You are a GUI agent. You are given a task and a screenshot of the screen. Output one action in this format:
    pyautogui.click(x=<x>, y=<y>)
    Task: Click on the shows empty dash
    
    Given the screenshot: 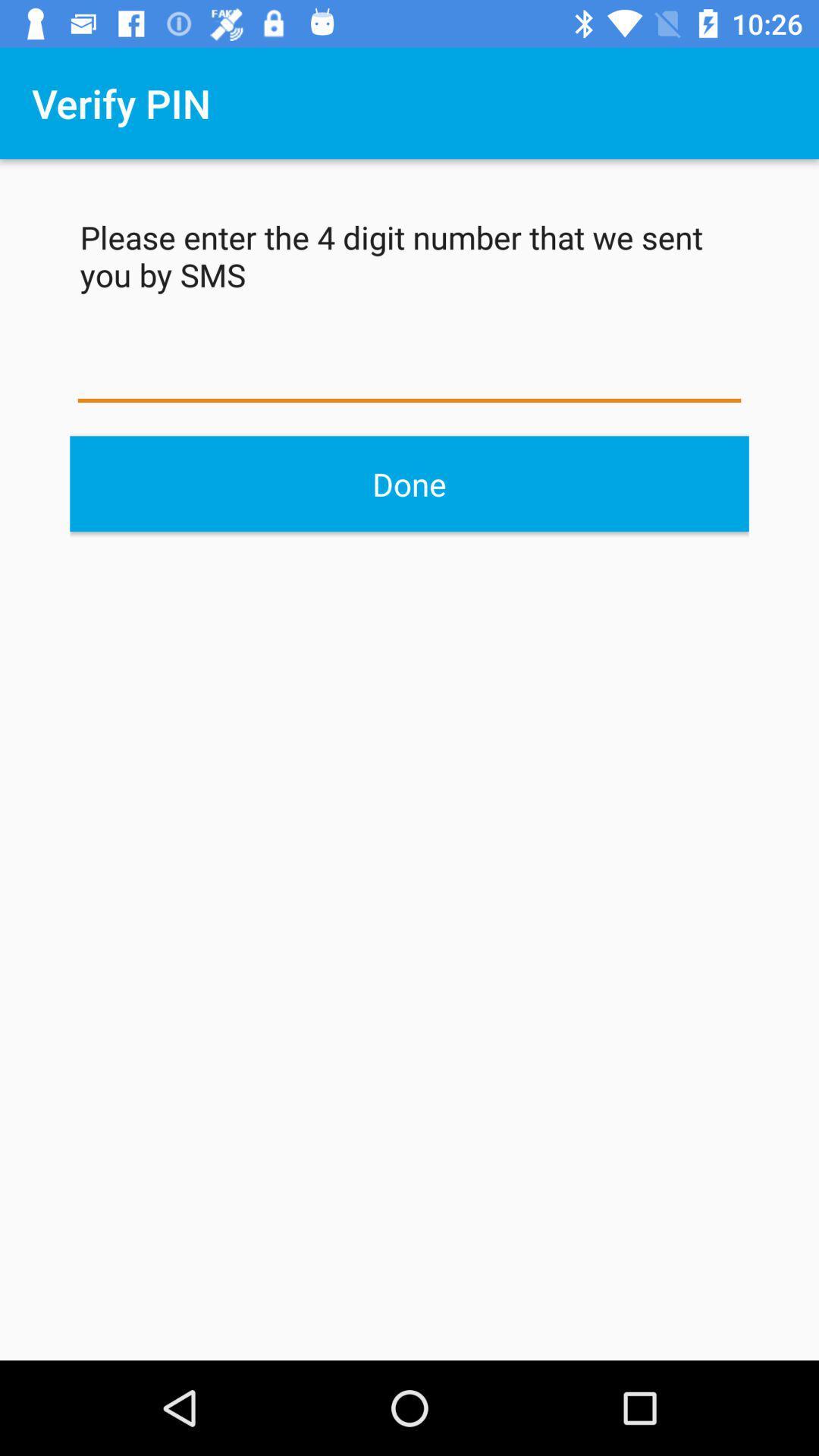 What is the action you would take?
    pyautogui.click(x=409, y=371)
    